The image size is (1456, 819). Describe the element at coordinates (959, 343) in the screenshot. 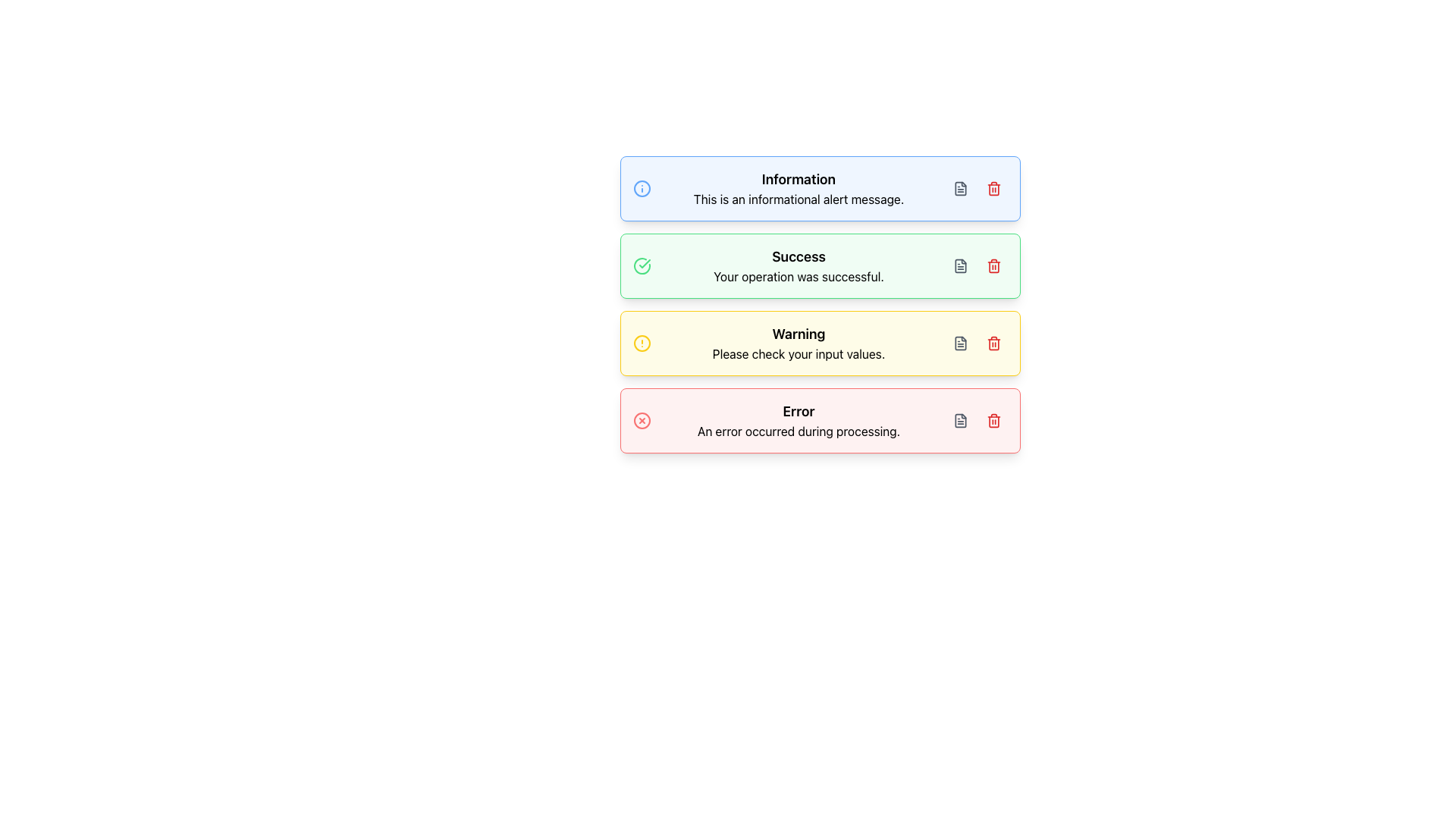

I see `the icon located to the right of the 'Warning' alert box` at that location.